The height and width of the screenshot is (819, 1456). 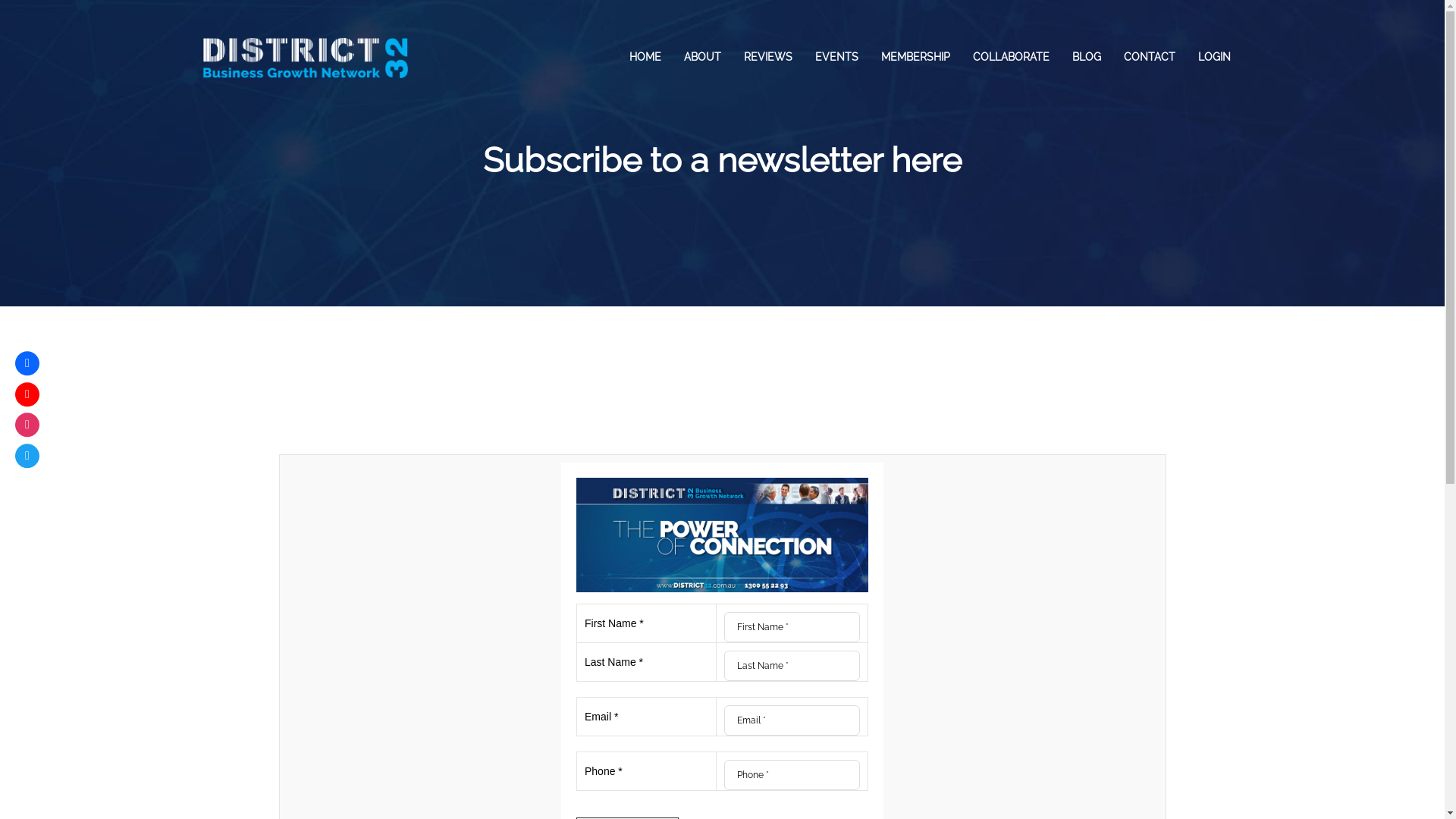 I want to click on 'BLOG', so click(x=1059, y=55).